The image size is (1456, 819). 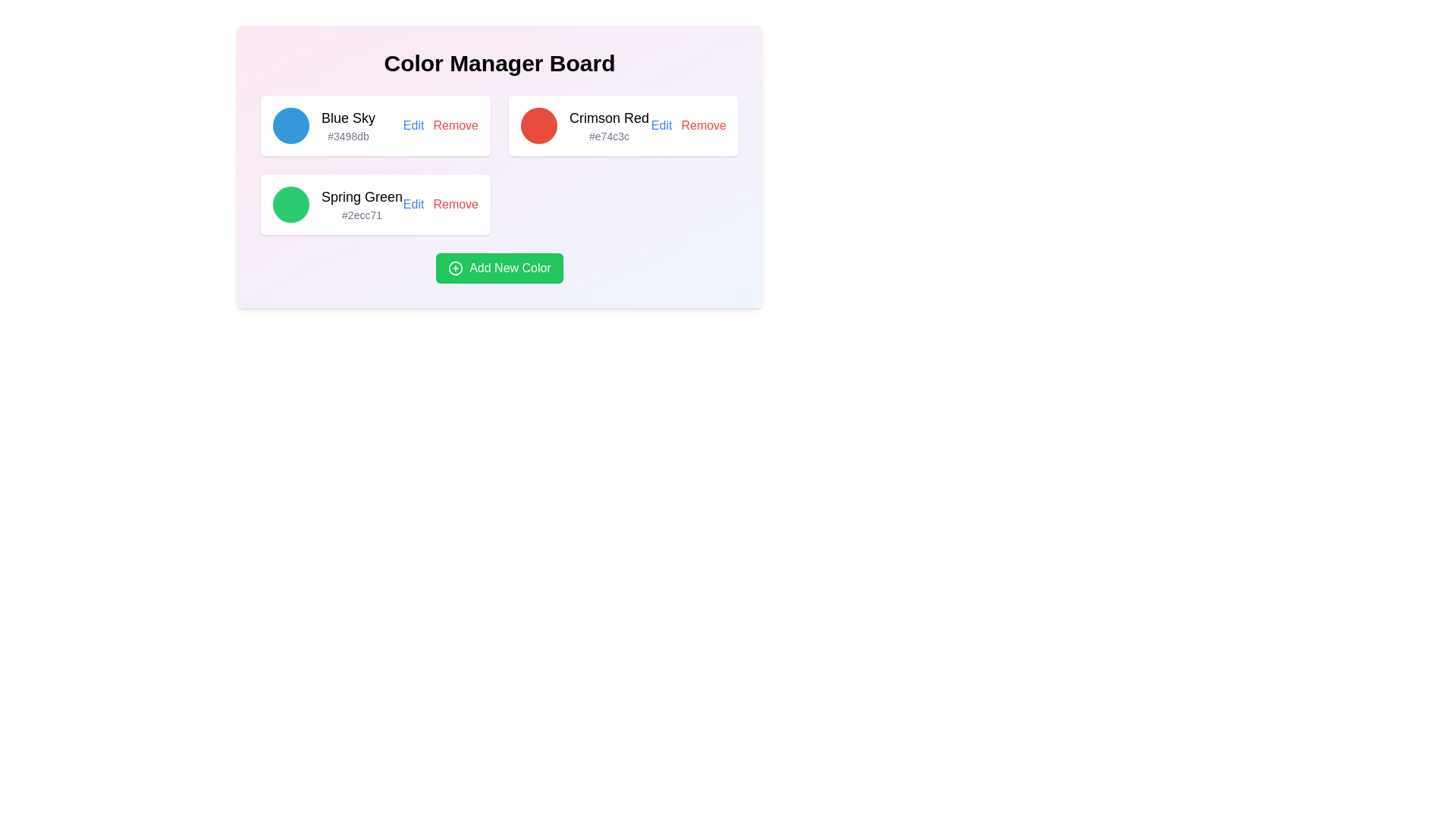 What do you see at coordinates (499, 268) in the screenshot?
I see `the 'Add New Color' button with a green background and white text located centrally below the color cards in the 'Color Manager Board'` at bounding box center [499, 268].